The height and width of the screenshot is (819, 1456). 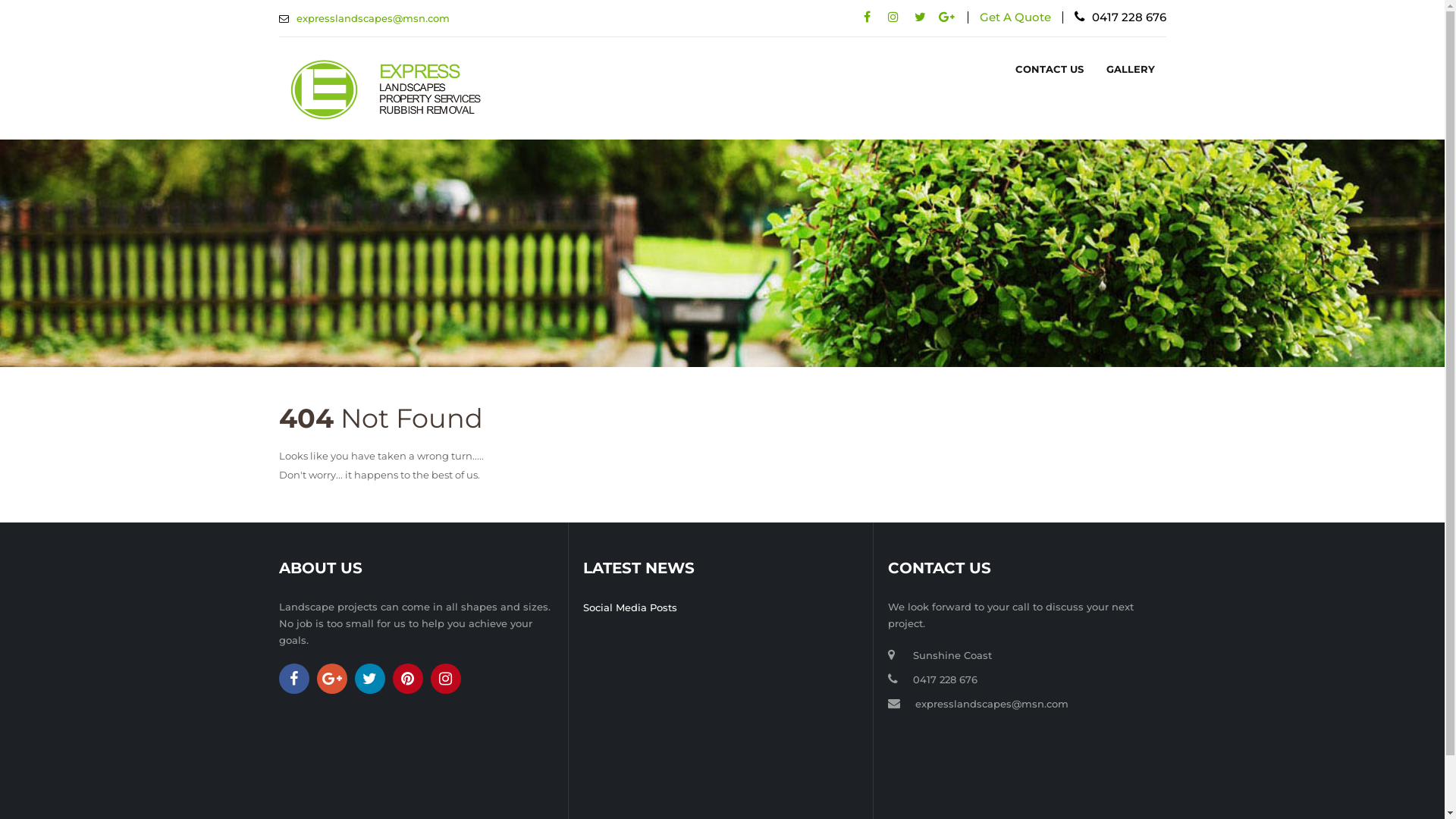 I want to click on 'CONTACT US', so click(x=1048, y=69).